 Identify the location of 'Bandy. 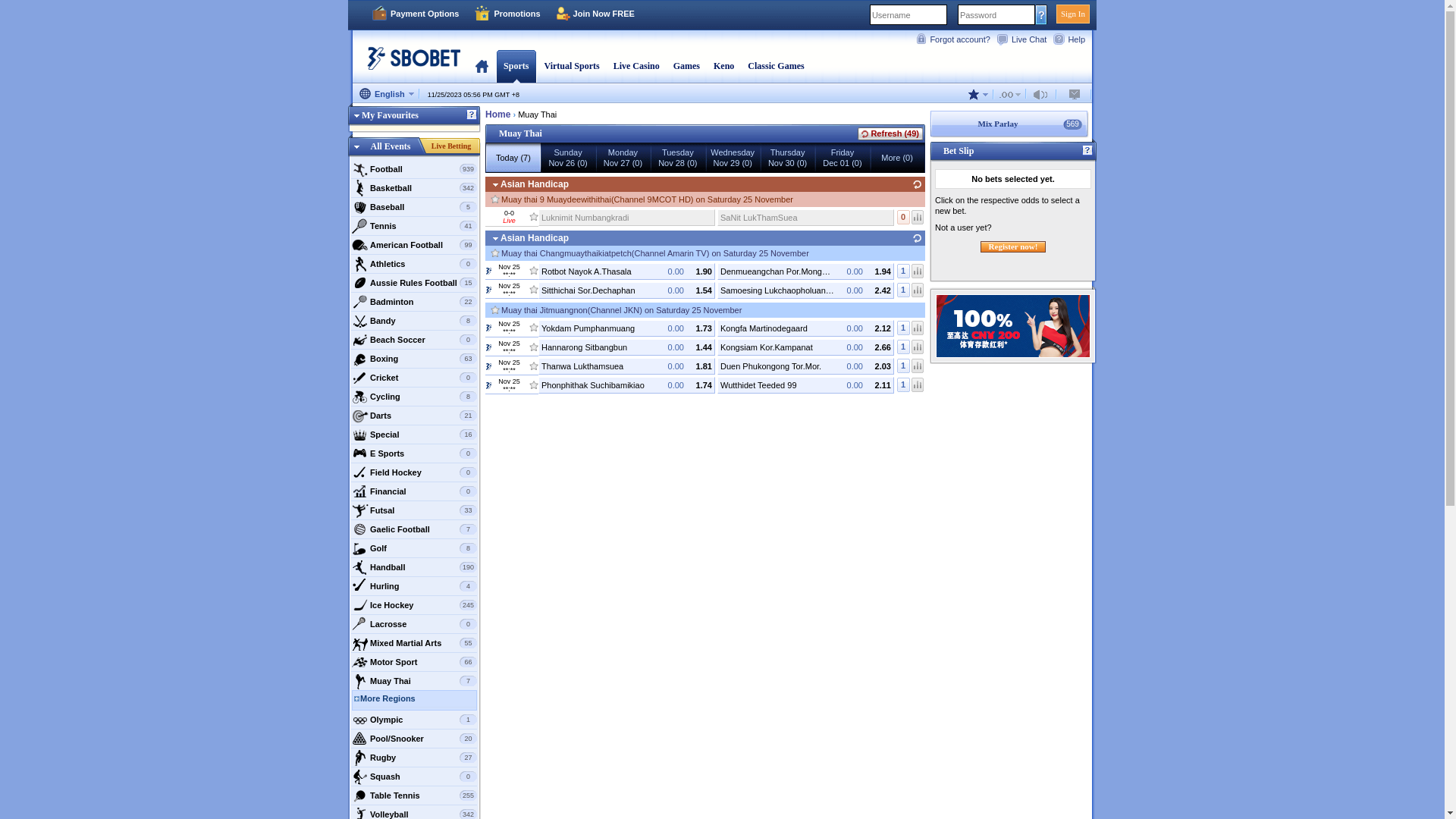
(414, 320).